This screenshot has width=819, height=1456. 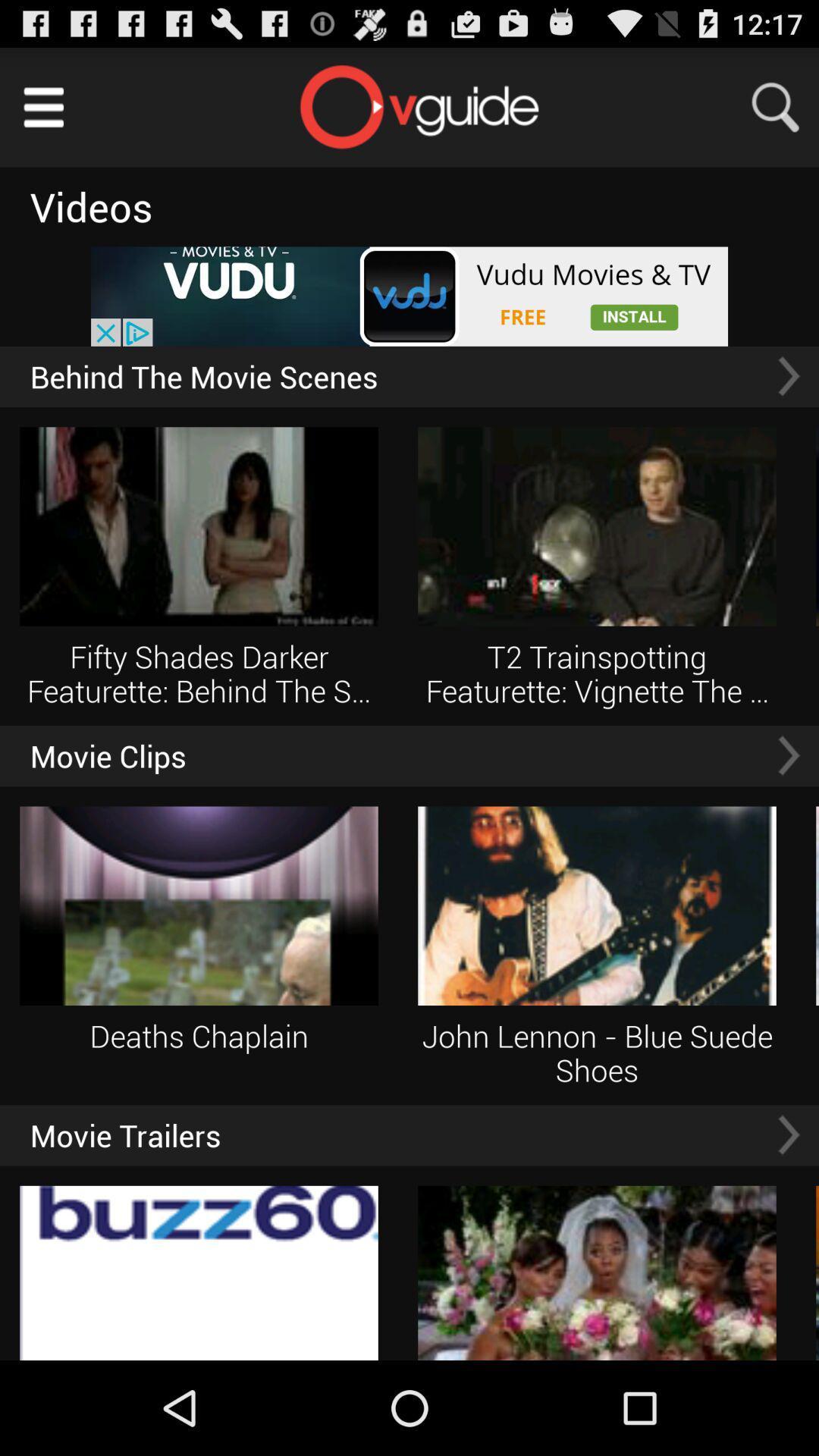 I want to click on open an advertisements, so click(x=409, y=297).